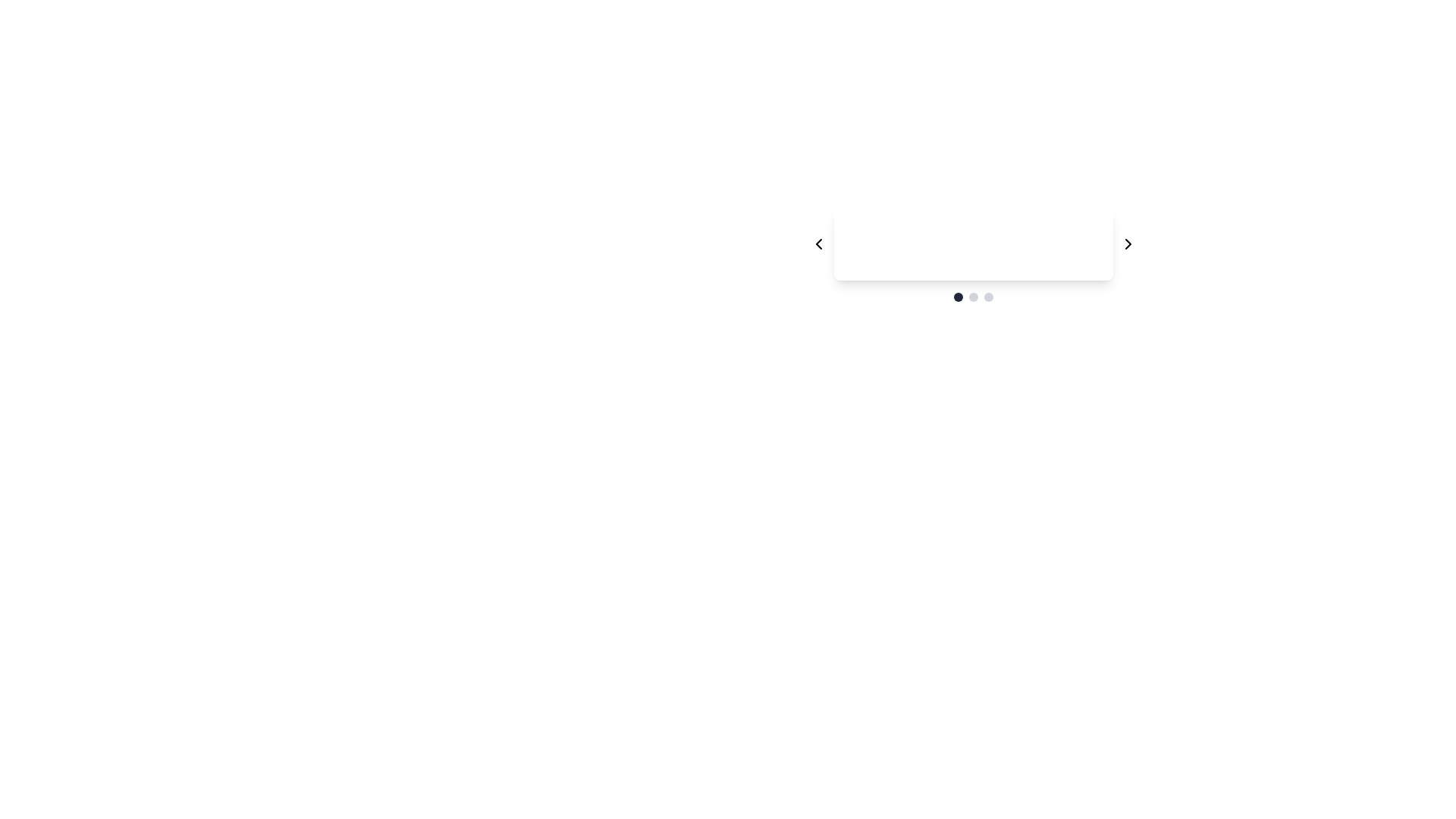 This screenshot has height=819, width=1456. Describe the element at coordinates (973, 297) in the screenshot. I see `the highlighted circle of the pagination indicator at the bottom center of the user profile card labeled 'Alice Engineer'` at that location.